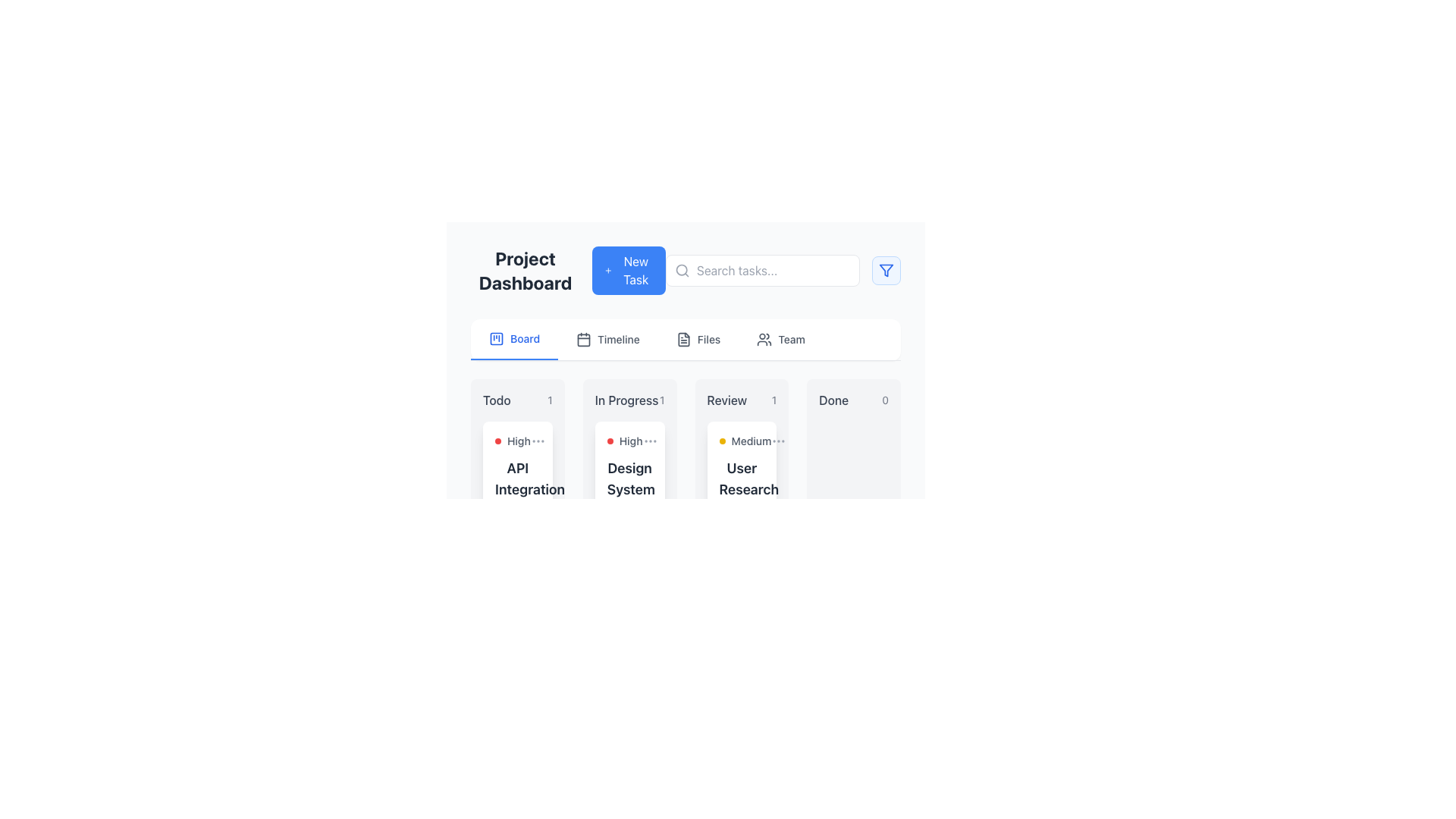 This screenshot has height=819, width=1456. What do you see at coordinates (764, 338) in the screenshot?
I see `the SVG-based icon representing a group of users located to the left of the 'Team' label in the menu, which is part of the navigation options for team management` at bounding box center [764, 338].